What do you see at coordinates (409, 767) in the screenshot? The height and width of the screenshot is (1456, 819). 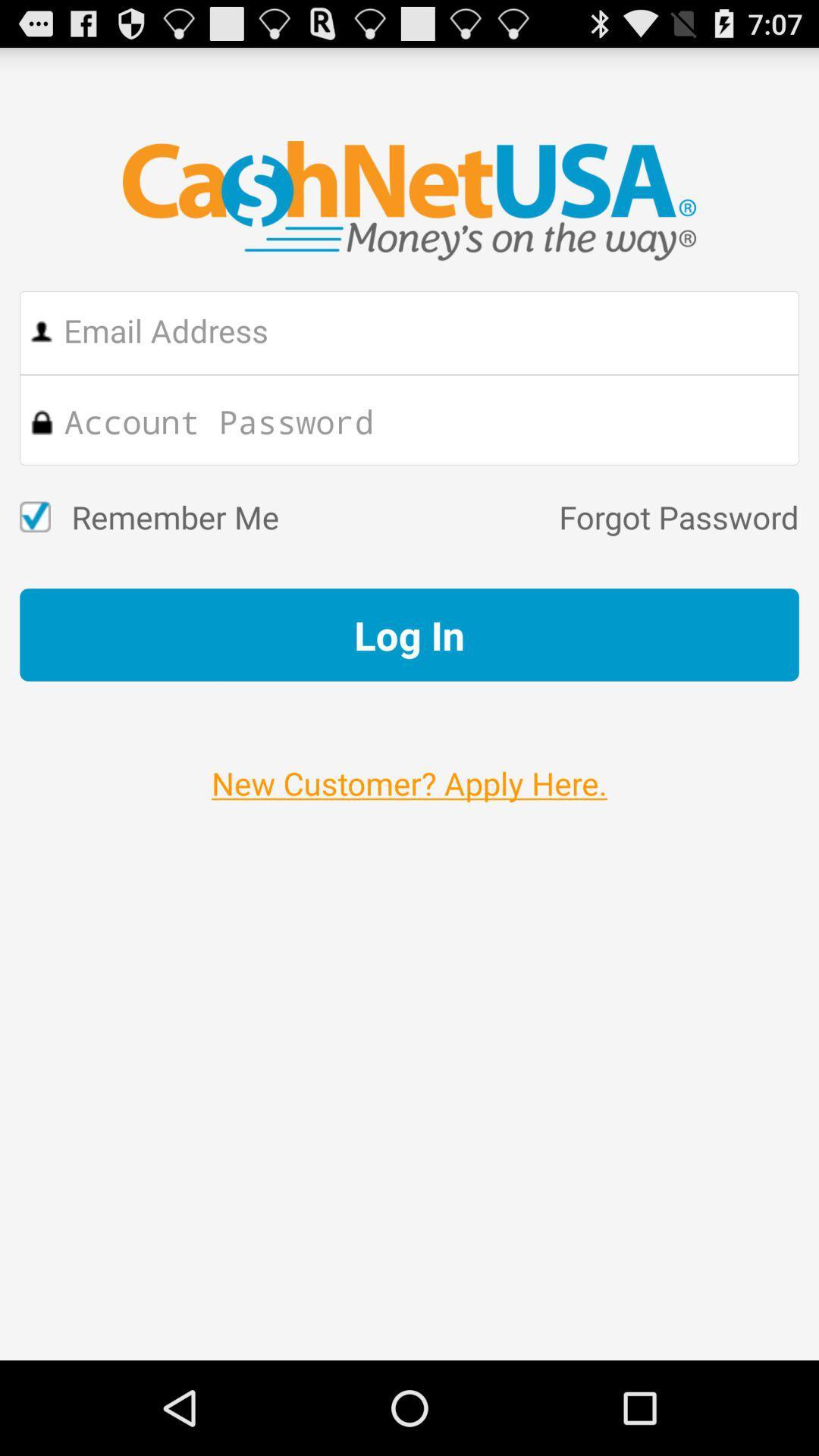 I see `the icon below log in button` at bounding box center [409, 767].